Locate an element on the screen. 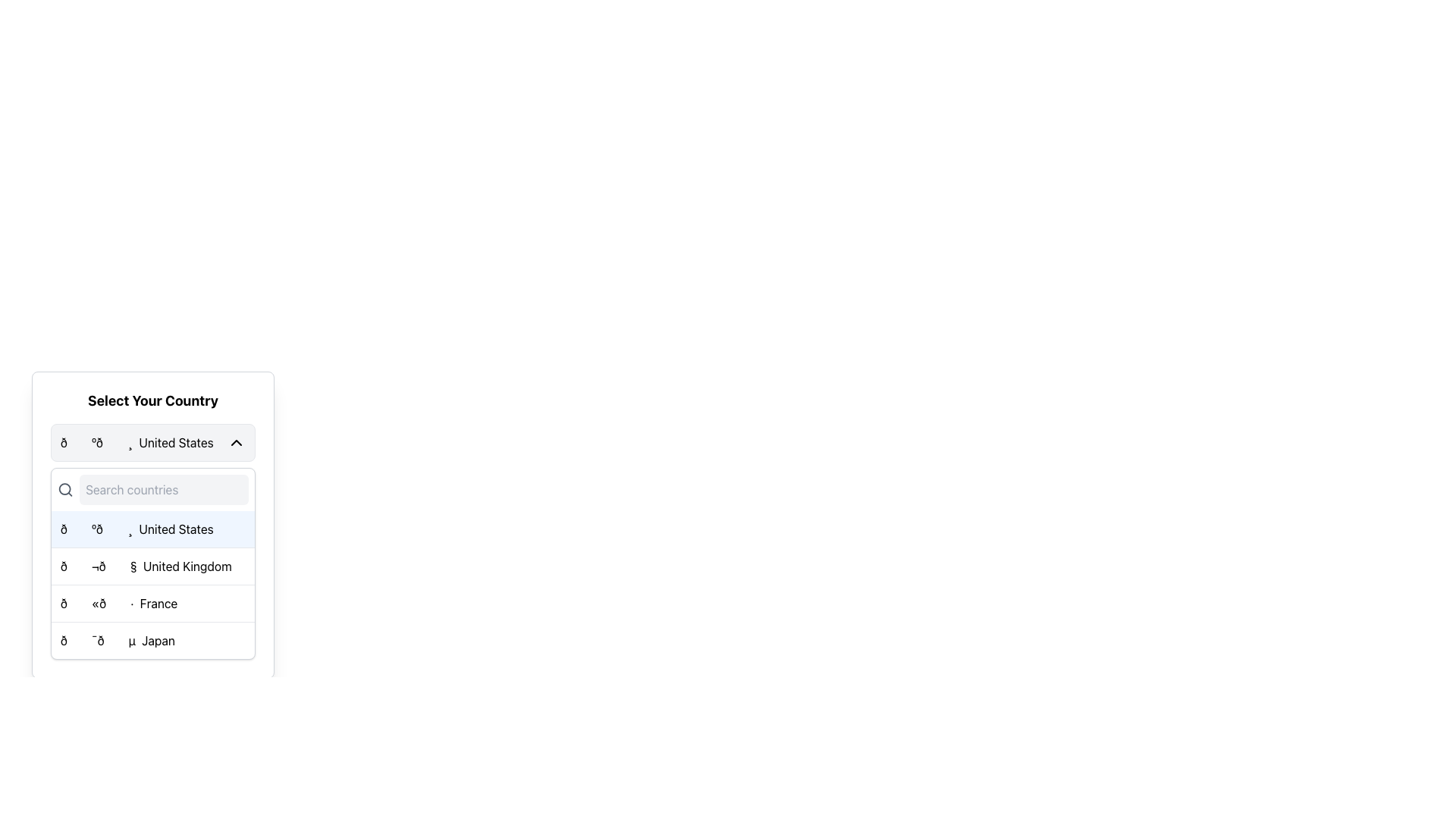  the label indicating the currently selected country, which displays 'United States' as part of a dropdown menu is located at coordinates (176, 442).